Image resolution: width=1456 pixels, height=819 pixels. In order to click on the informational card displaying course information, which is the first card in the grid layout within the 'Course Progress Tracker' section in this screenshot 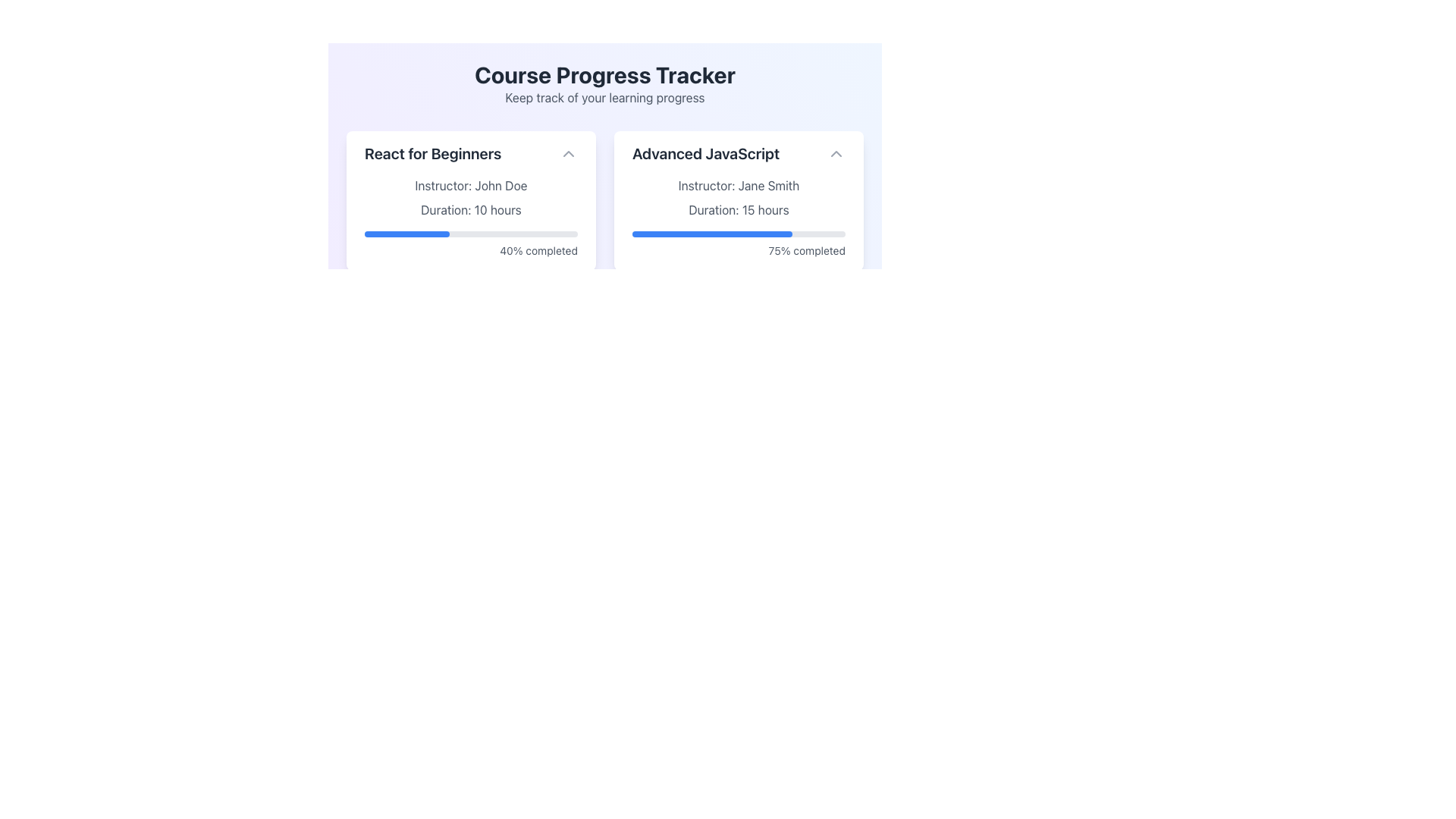, I will do `click(470, 200)`.